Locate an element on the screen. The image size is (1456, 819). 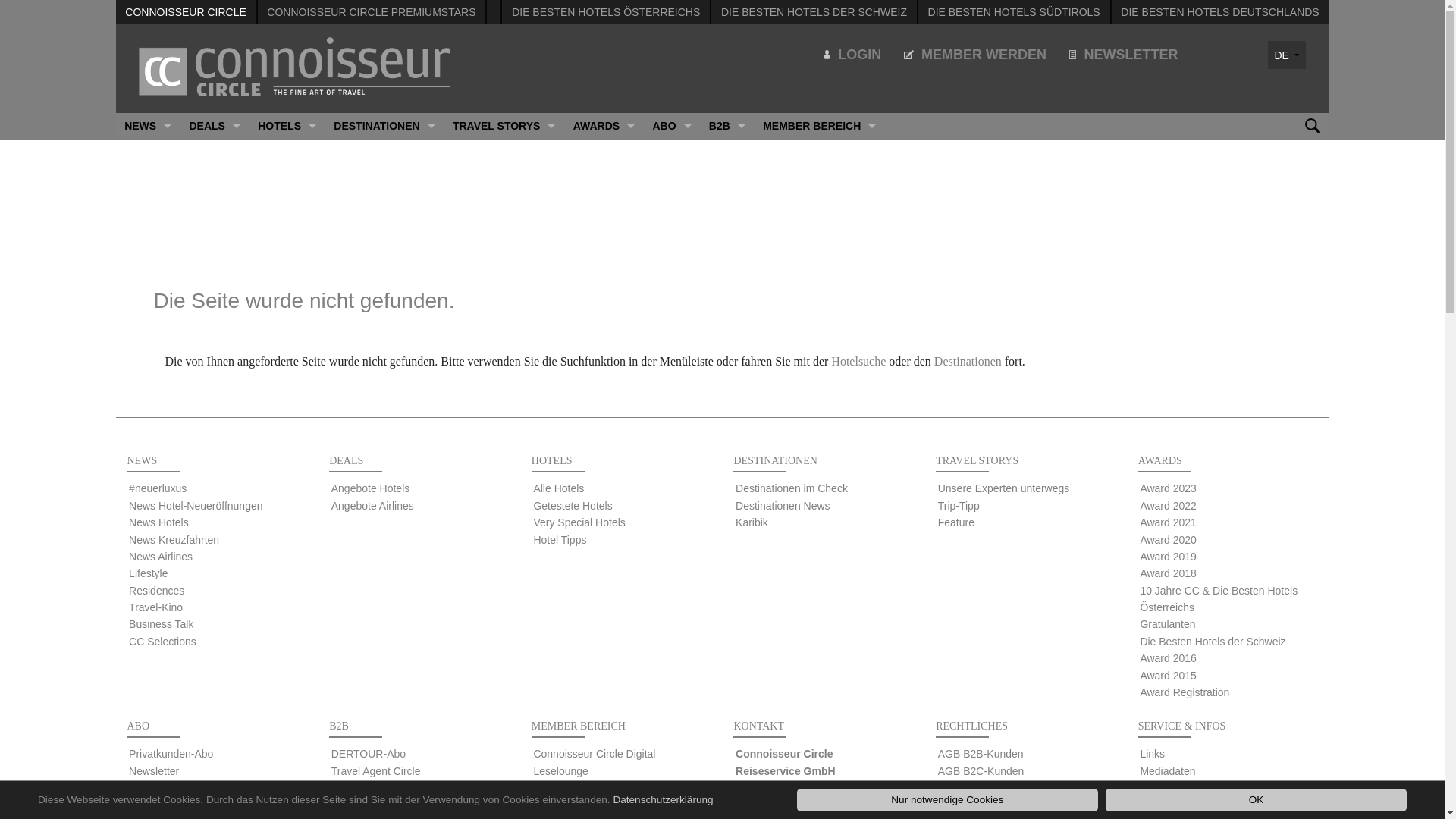
'#neuerluxus' is located at coordinates (157, 488).